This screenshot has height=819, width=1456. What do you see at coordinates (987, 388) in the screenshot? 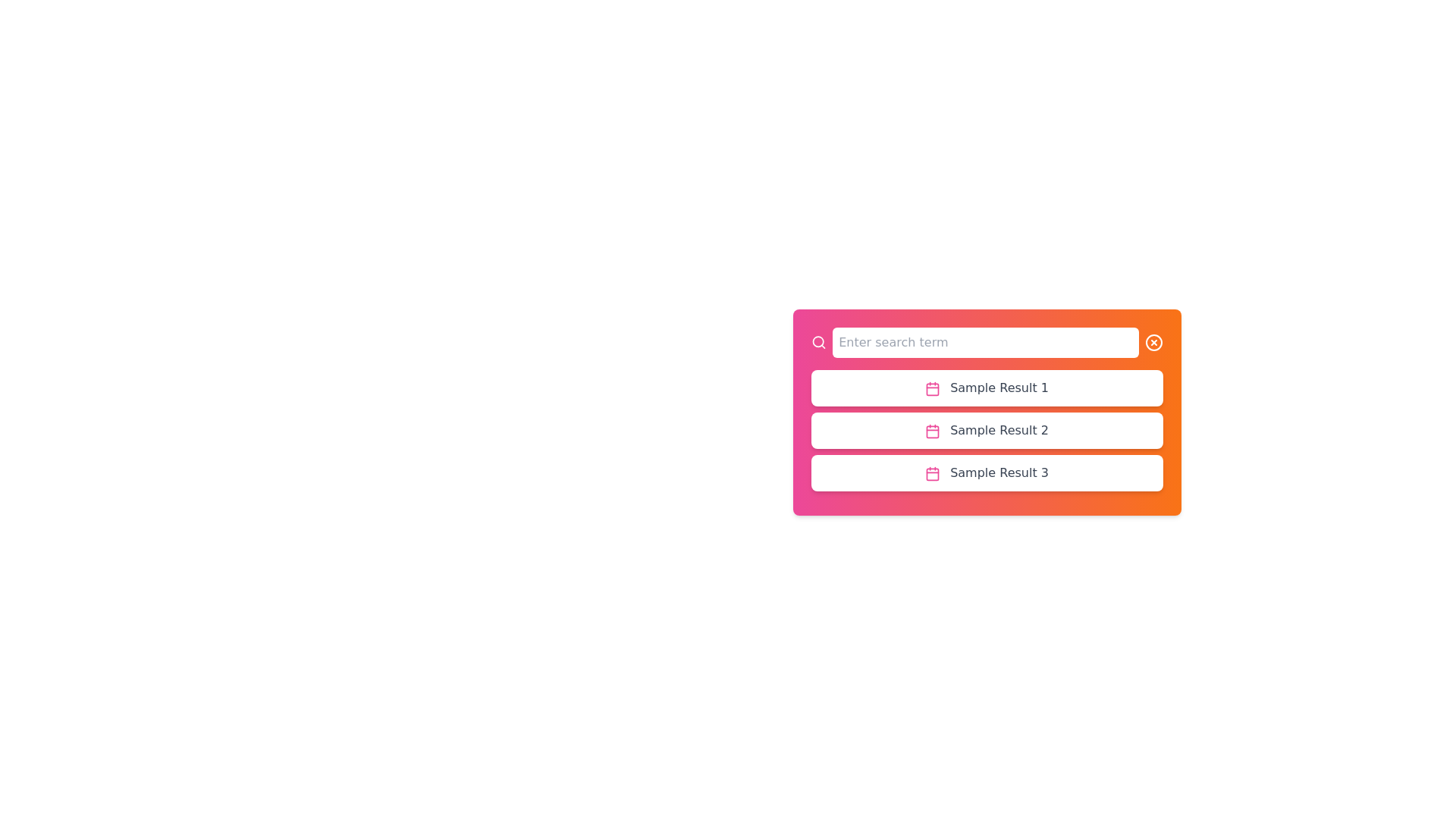
I see `the first button in the list of search results` at bounding box center [987, 388].